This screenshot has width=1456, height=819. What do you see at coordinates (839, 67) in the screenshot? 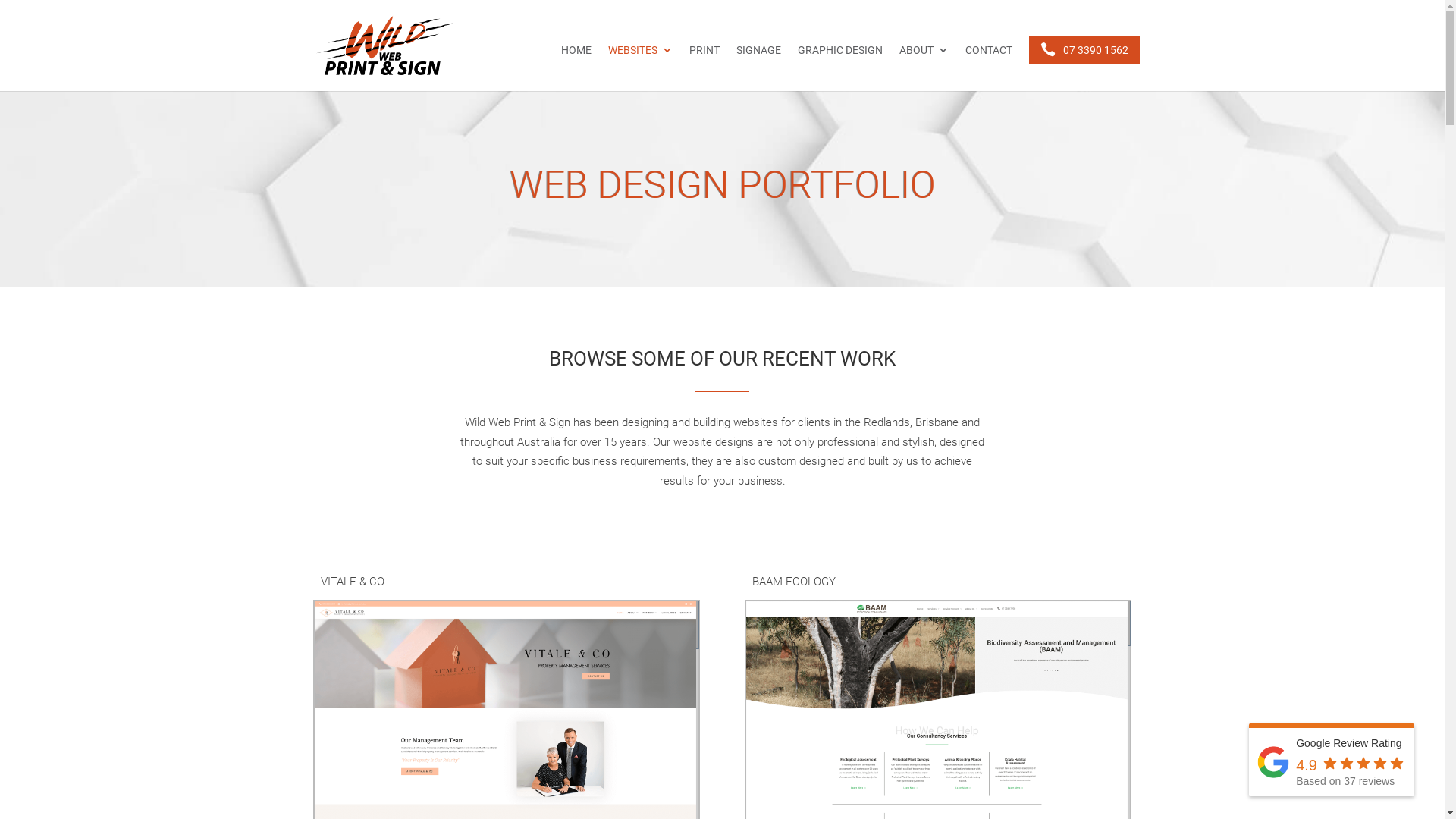
I see `'GRAPHIC DESIGN'` at bounding box center [839, 67].